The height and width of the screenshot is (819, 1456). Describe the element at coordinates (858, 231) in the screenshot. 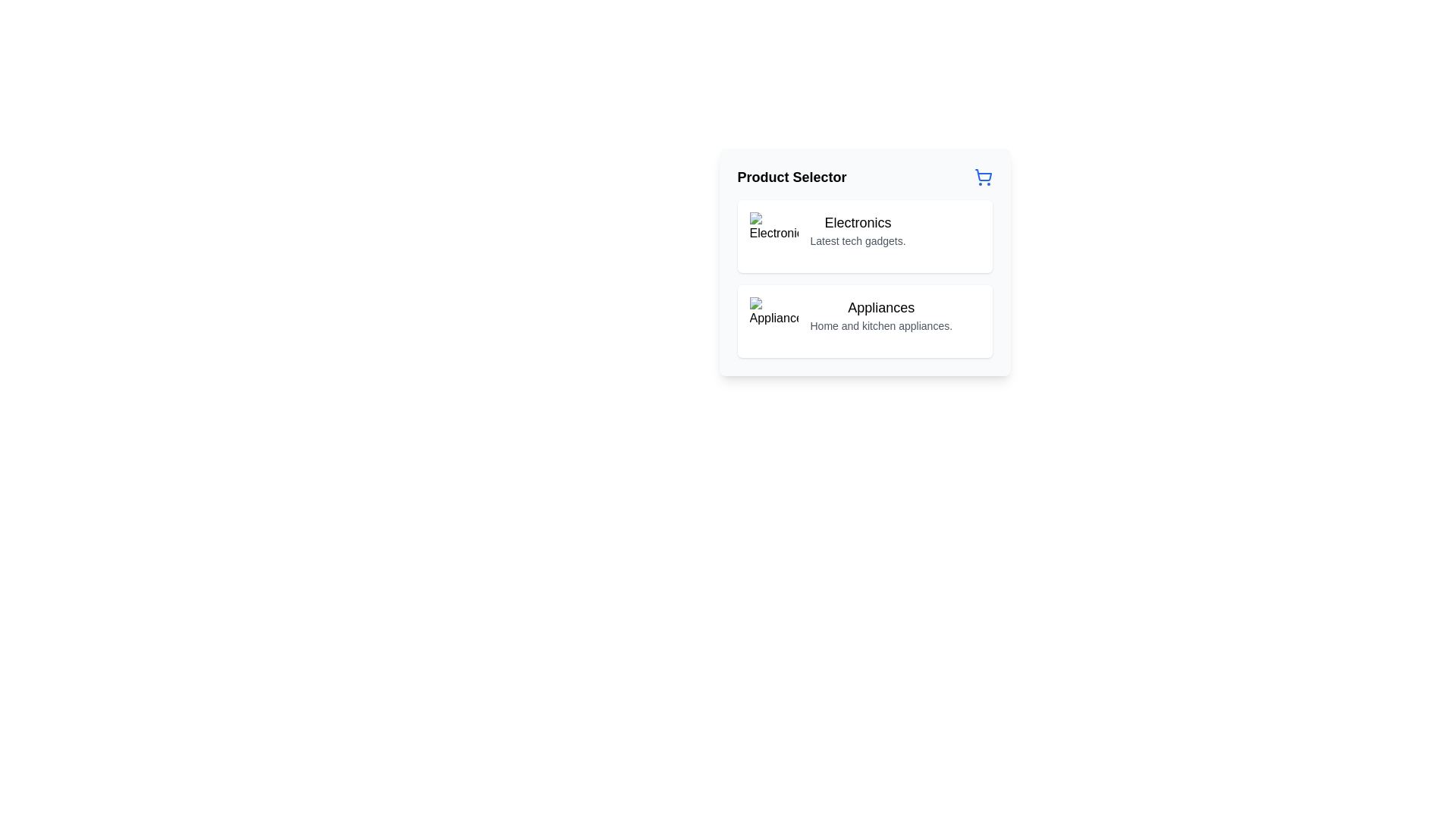

I see `the 'Electronics' text block, which features a bold title and a smaller subtitle` at that location.